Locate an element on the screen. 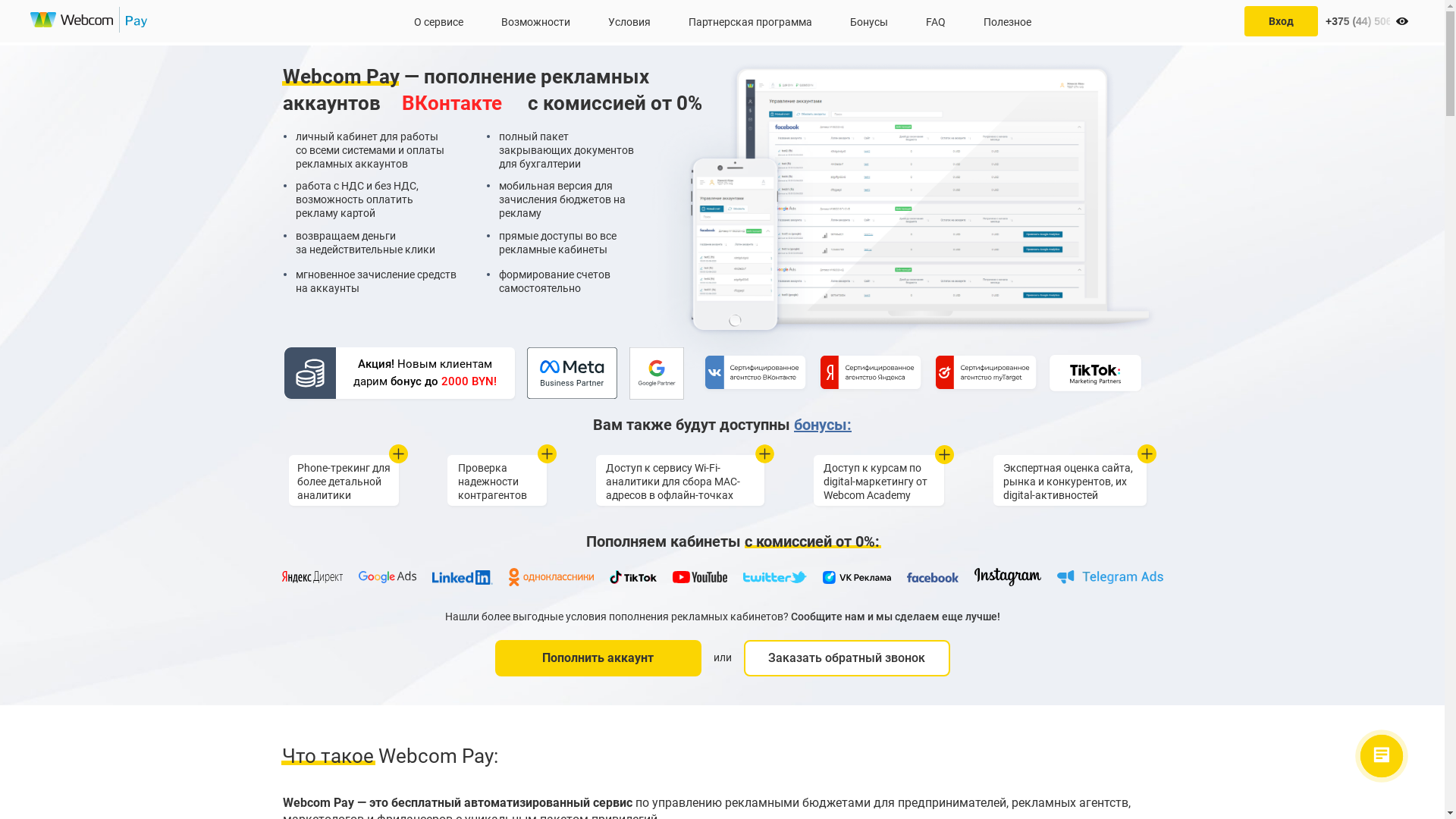 This screenshot has height=819, width=1456. 'FAQ' is located at coordinates (934, 20).